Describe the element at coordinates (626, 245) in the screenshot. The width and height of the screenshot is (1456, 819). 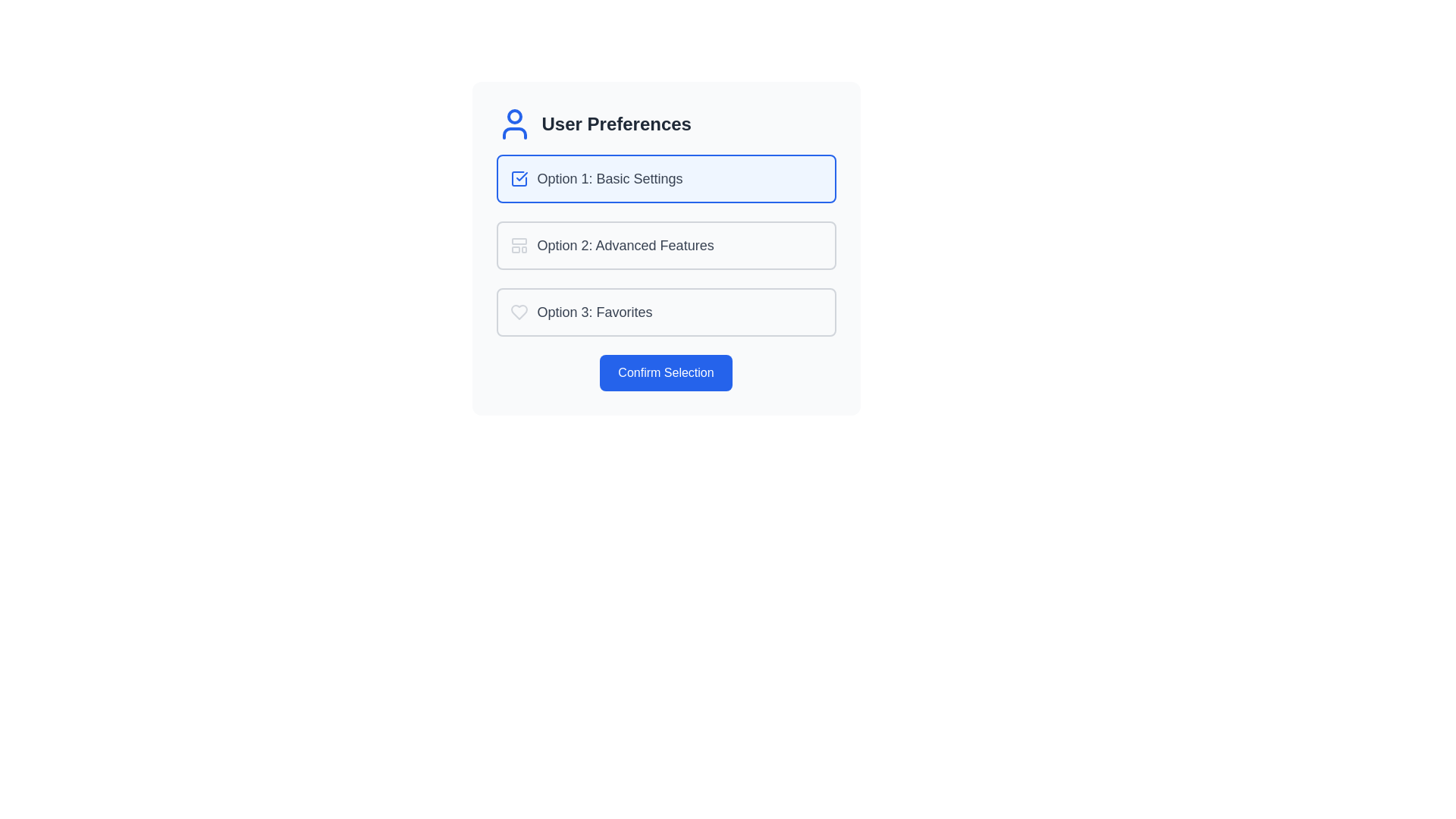
I see `the descriptive label for the second option in the selectable list, which is located below 'Option 1: Basic Settings' and above 'Option 3: Favorites'` at that location.